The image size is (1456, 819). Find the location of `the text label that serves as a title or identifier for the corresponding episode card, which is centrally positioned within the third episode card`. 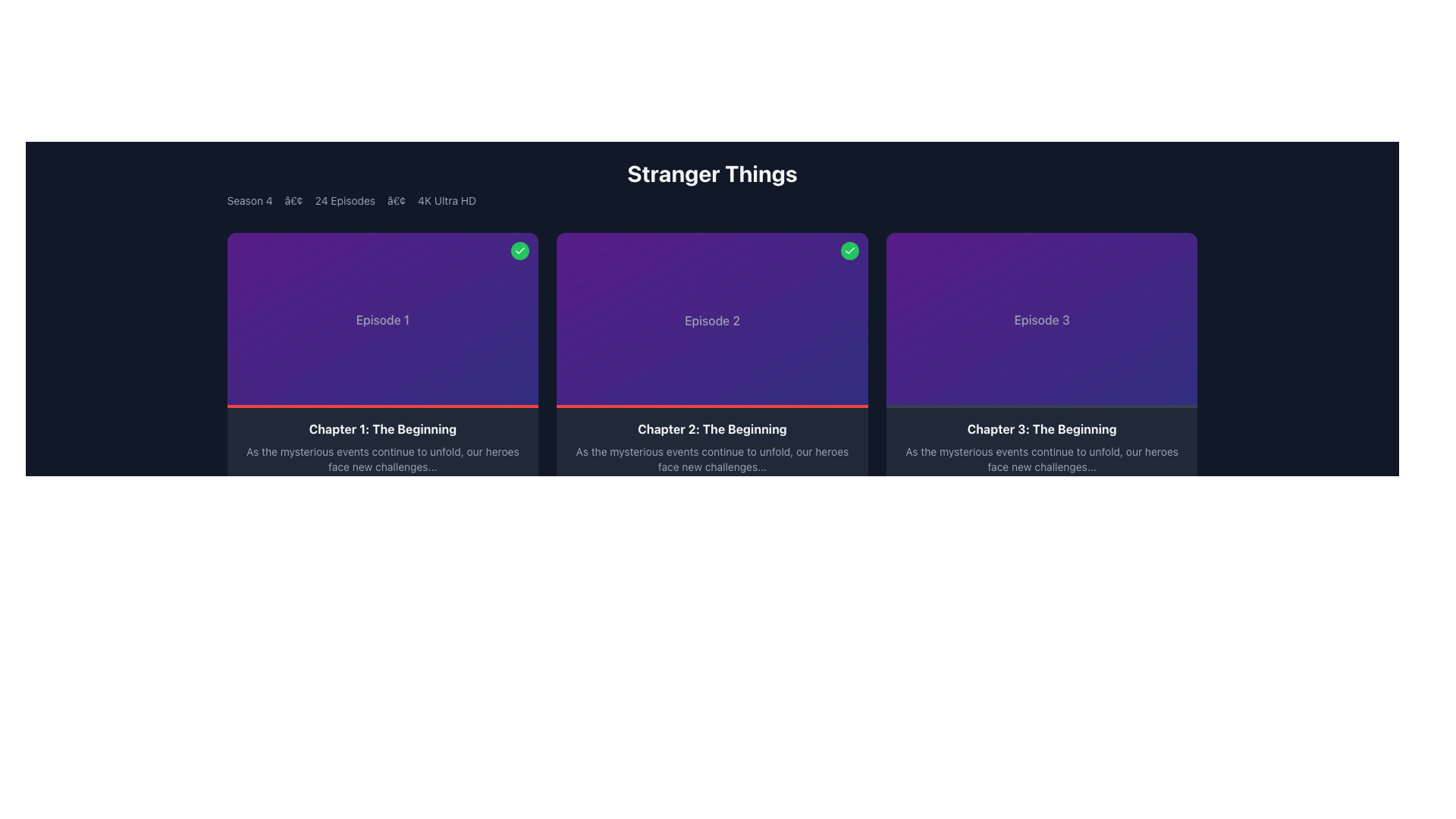

the text label that serves as a title or identifier for the corresponding episode card, which is centrally positioned within the third episode card is located at coordinates (1041, 319).